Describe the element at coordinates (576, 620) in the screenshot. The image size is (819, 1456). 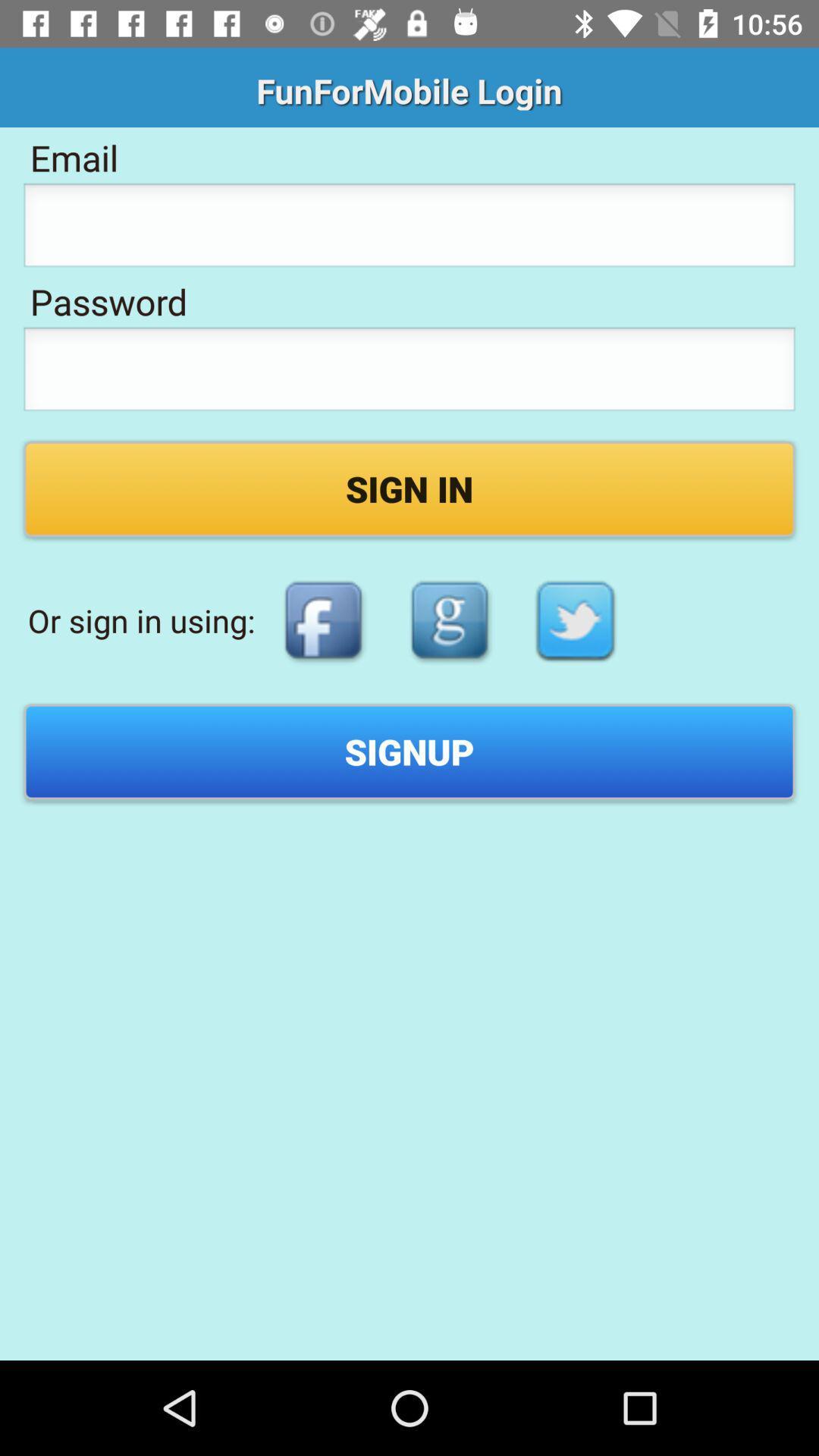
I see `sign in with twitter` at that location.